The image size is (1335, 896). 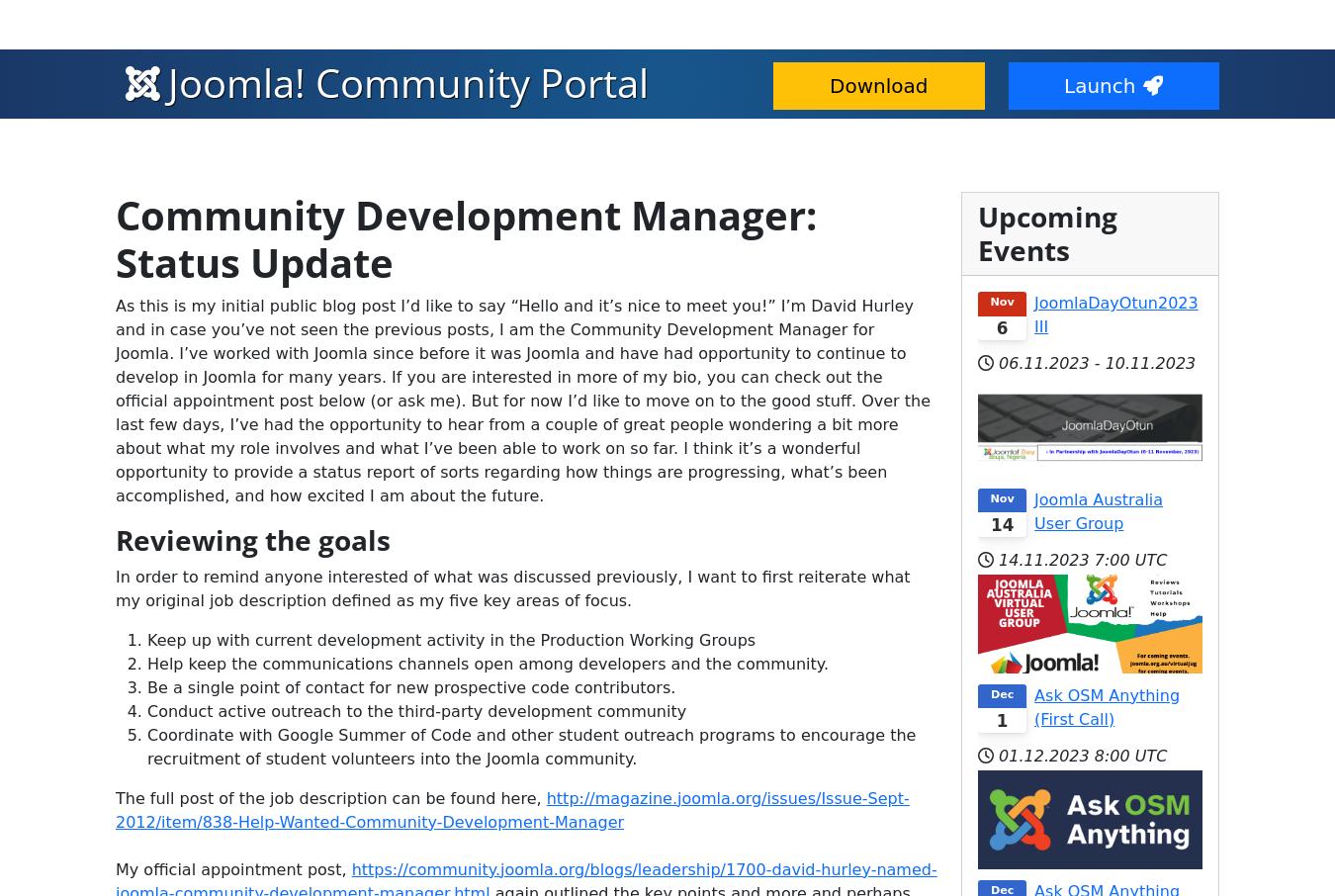 What do you see at coordinates (422, 69) in the screenshot?
I see `'Events'` at bounding box center [422, 69].